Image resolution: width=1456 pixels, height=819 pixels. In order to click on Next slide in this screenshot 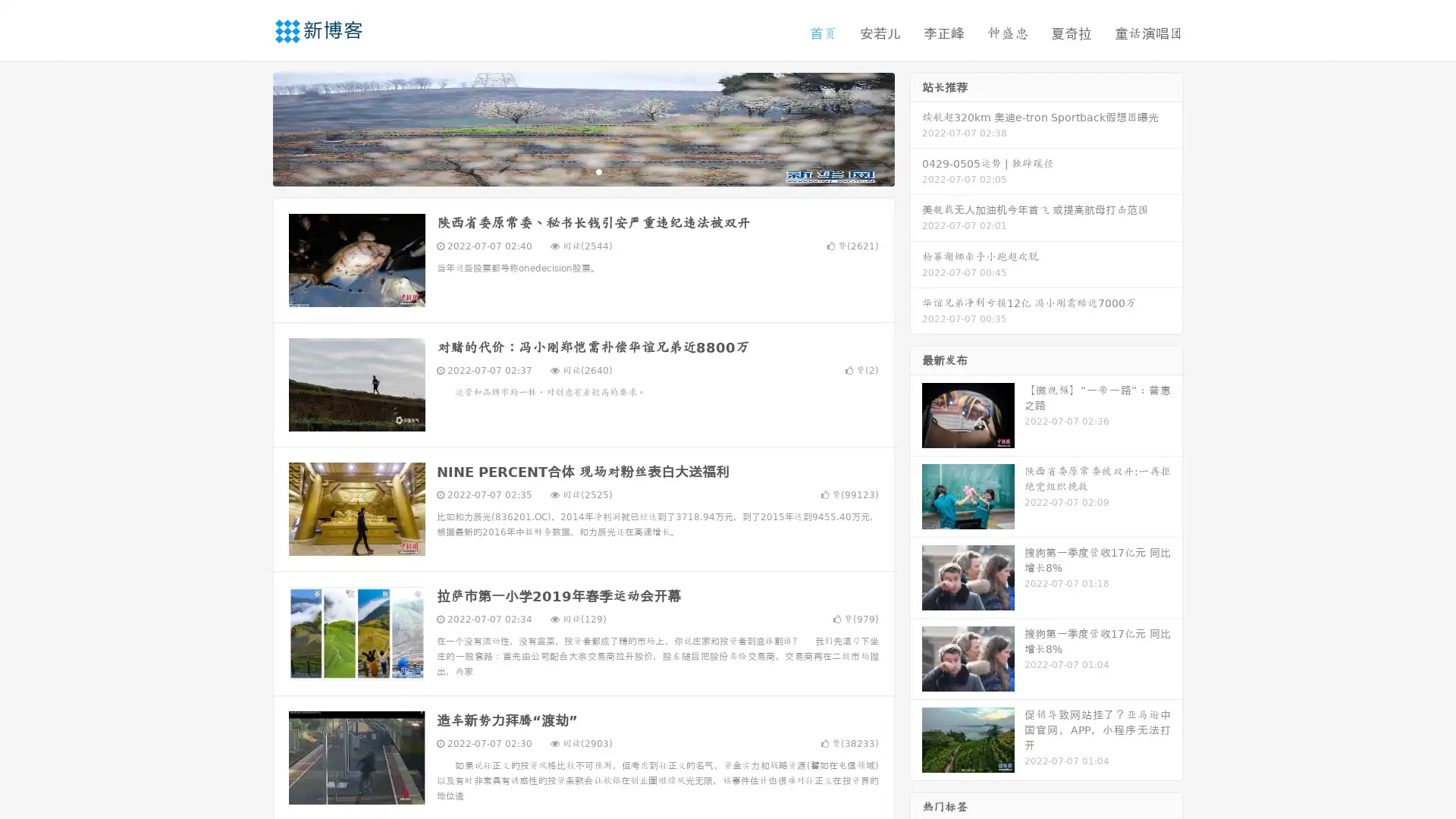, I will do `click(916, 127)`.